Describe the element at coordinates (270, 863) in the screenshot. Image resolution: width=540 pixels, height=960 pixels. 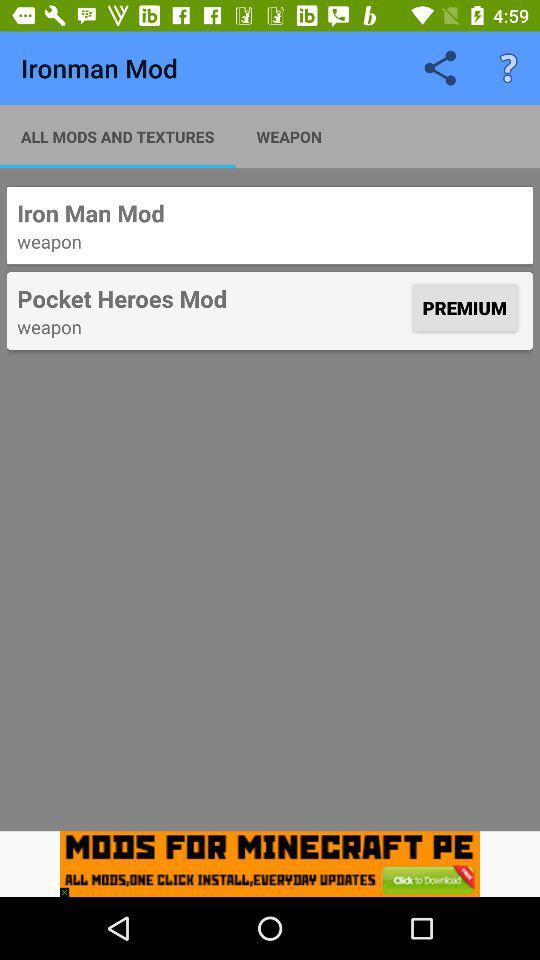
I see `icon below the weapon icon` at that location.